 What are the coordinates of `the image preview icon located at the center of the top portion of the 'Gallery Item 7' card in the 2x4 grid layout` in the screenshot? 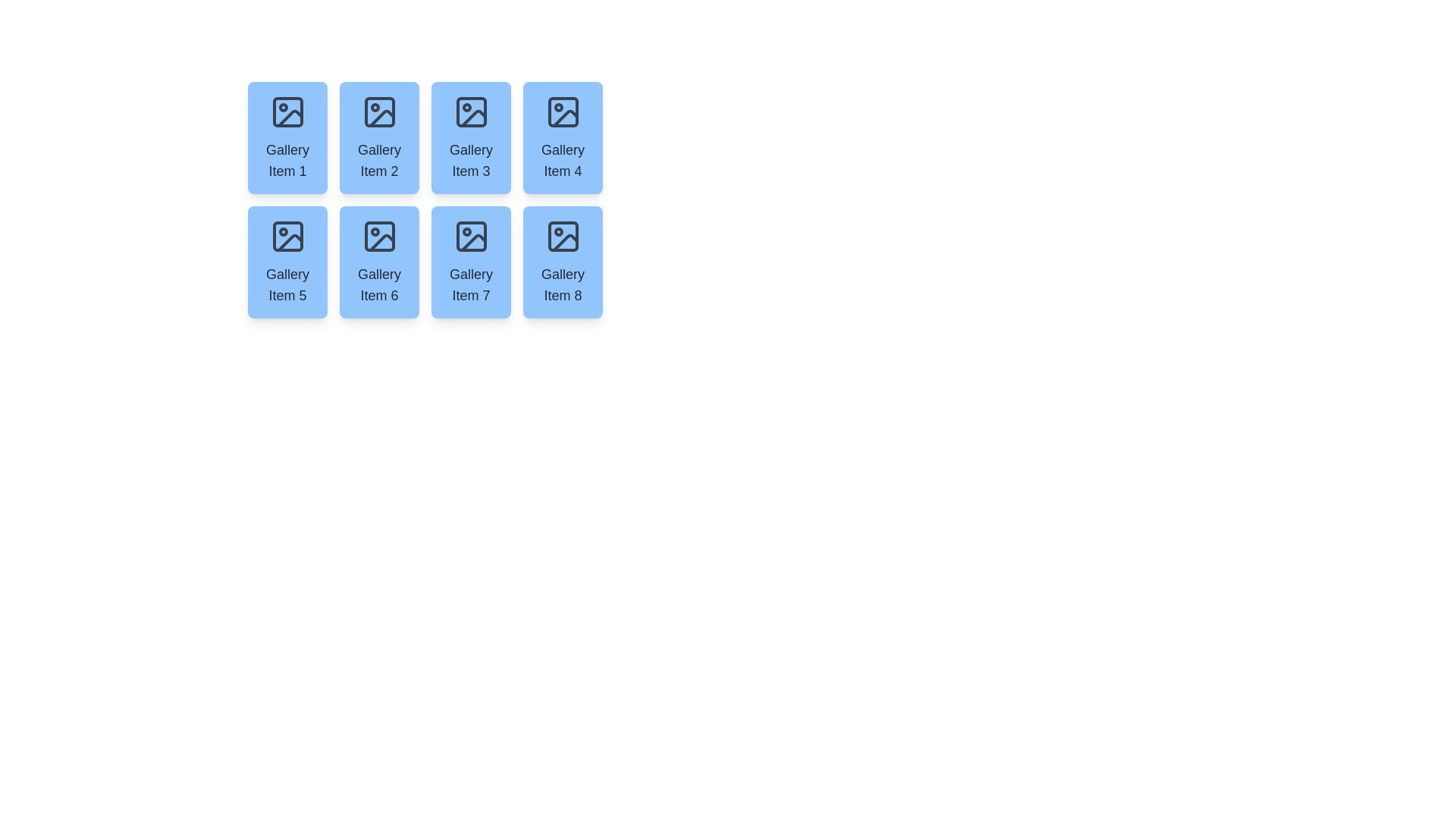 It's located at (470, 237).